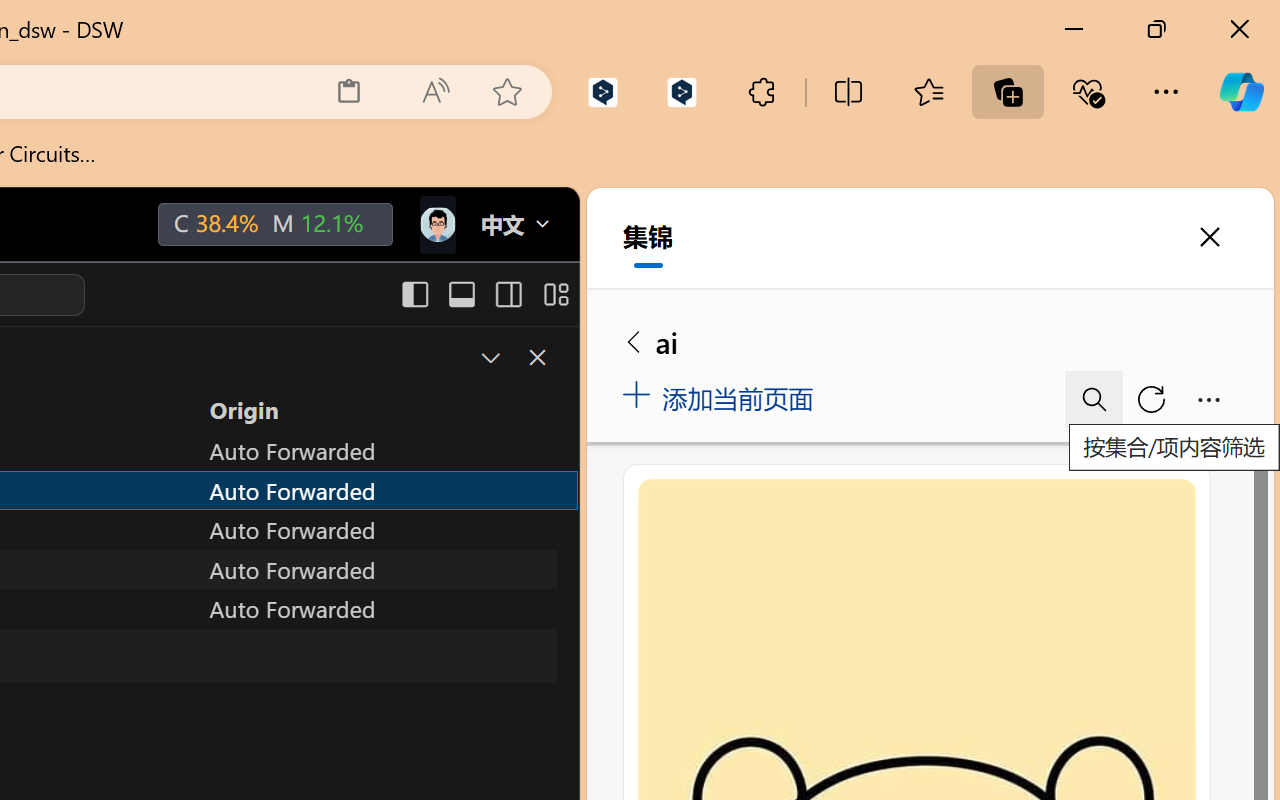 This screenshot has width=1280, height=800. I want to click on 'Toggle Panel (Ctrl+J)', so click(460, 294).